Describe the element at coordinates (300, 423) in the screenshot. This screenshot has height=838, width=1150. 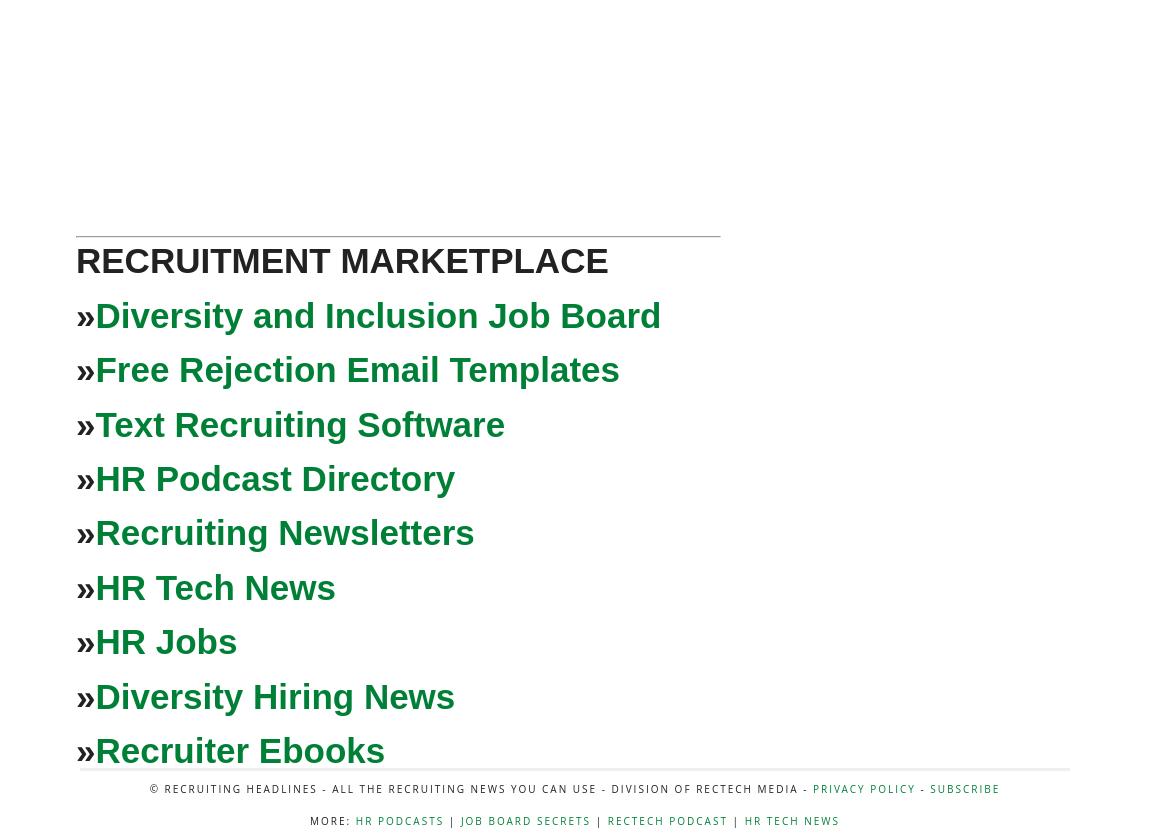
I see `'Text Recruiting Software'` at that location.